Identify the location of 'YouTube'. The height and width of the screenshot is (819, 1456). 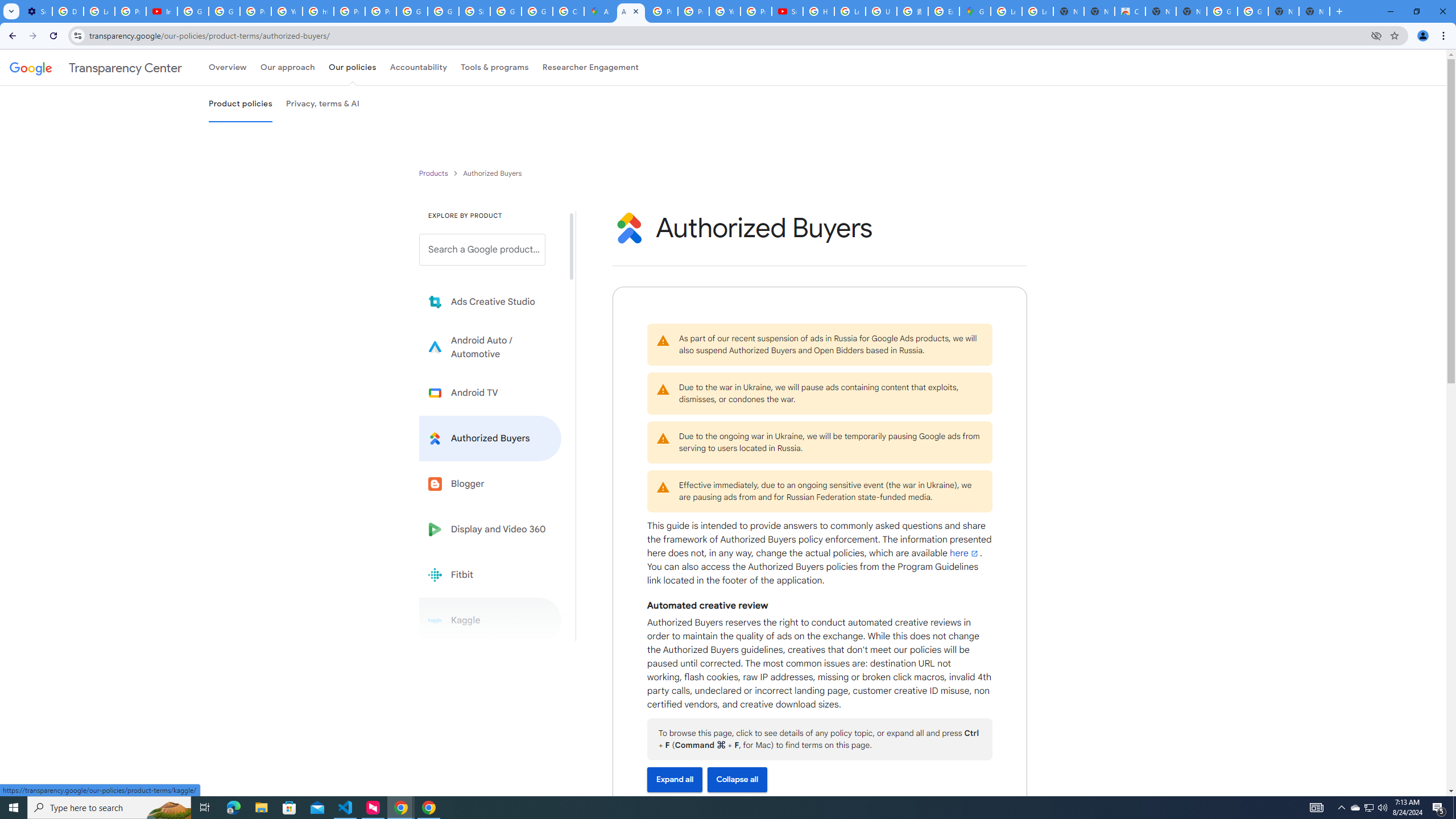
(724, 11).